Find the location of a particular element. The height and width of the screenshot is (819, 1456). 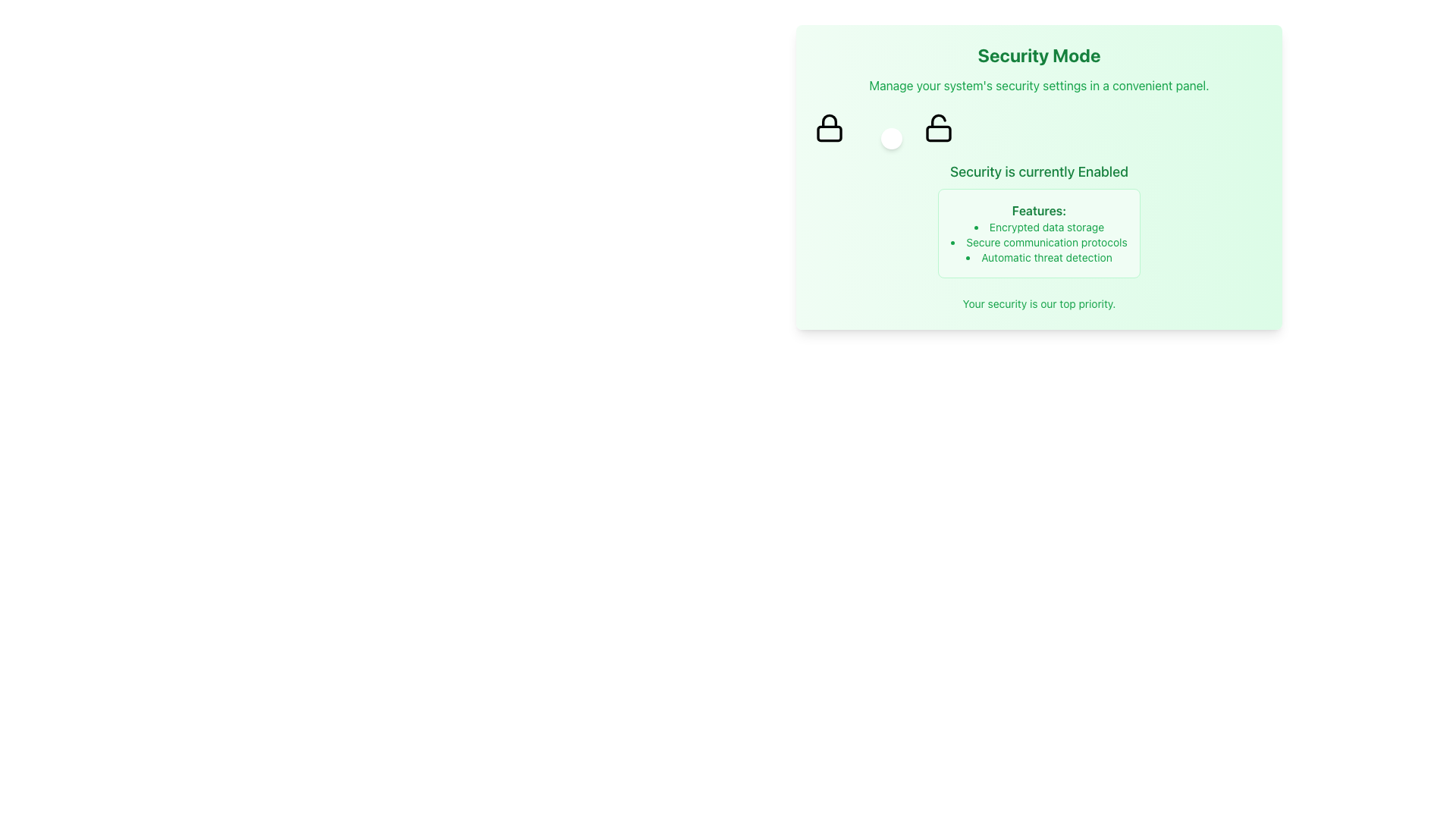

the Informational Panel titled 'Security Mode', which displays the status 'Security is currently Enabled' along with other features and a footer message is located at coordinates (1038, 177).